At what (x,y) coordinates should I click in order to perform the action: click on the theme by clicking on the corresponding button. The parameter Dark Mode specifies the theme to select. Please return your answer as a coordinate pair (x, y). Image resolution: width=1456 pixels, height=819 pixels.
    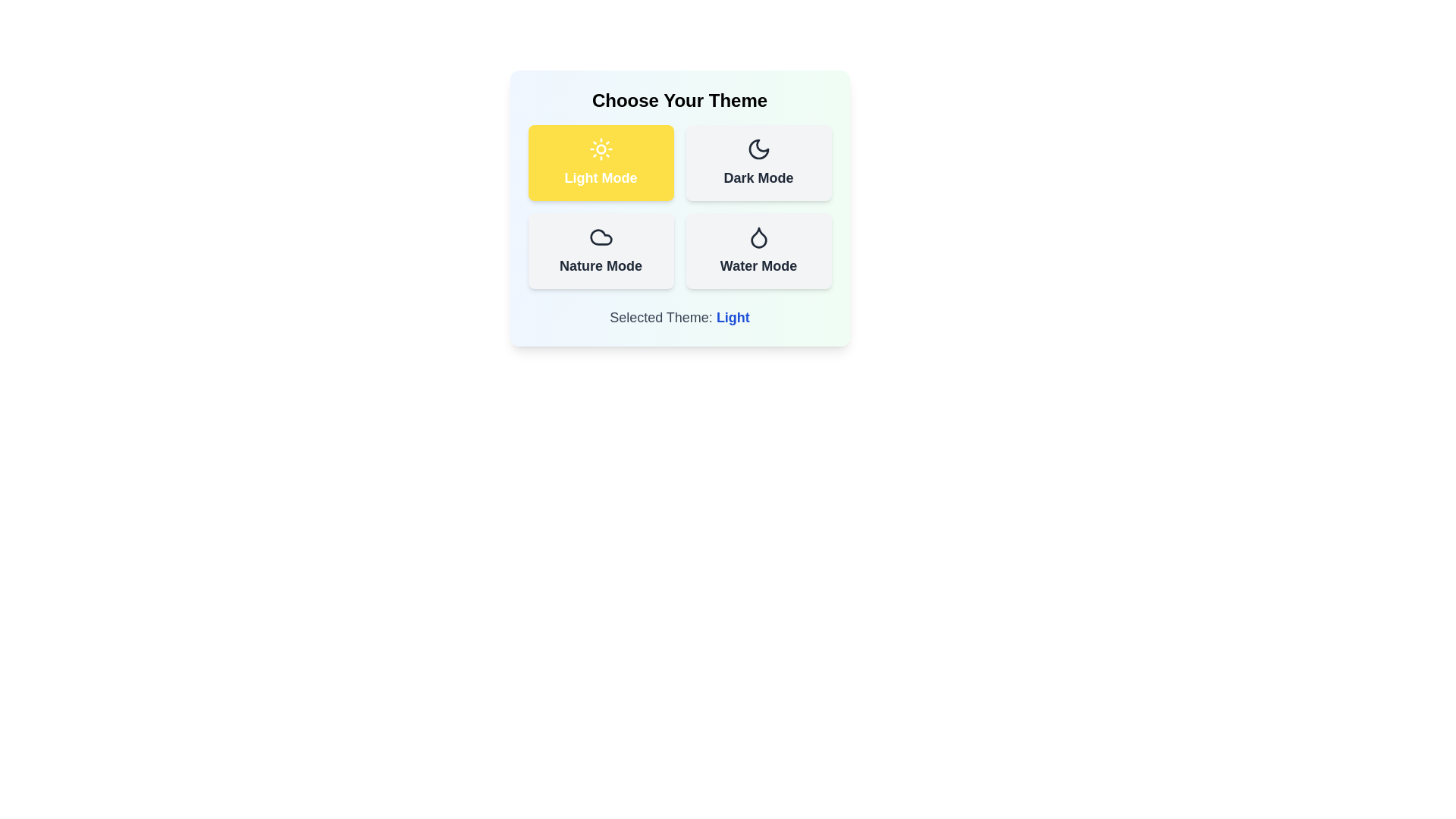
    Looking at the image, I should click on (758, 163).